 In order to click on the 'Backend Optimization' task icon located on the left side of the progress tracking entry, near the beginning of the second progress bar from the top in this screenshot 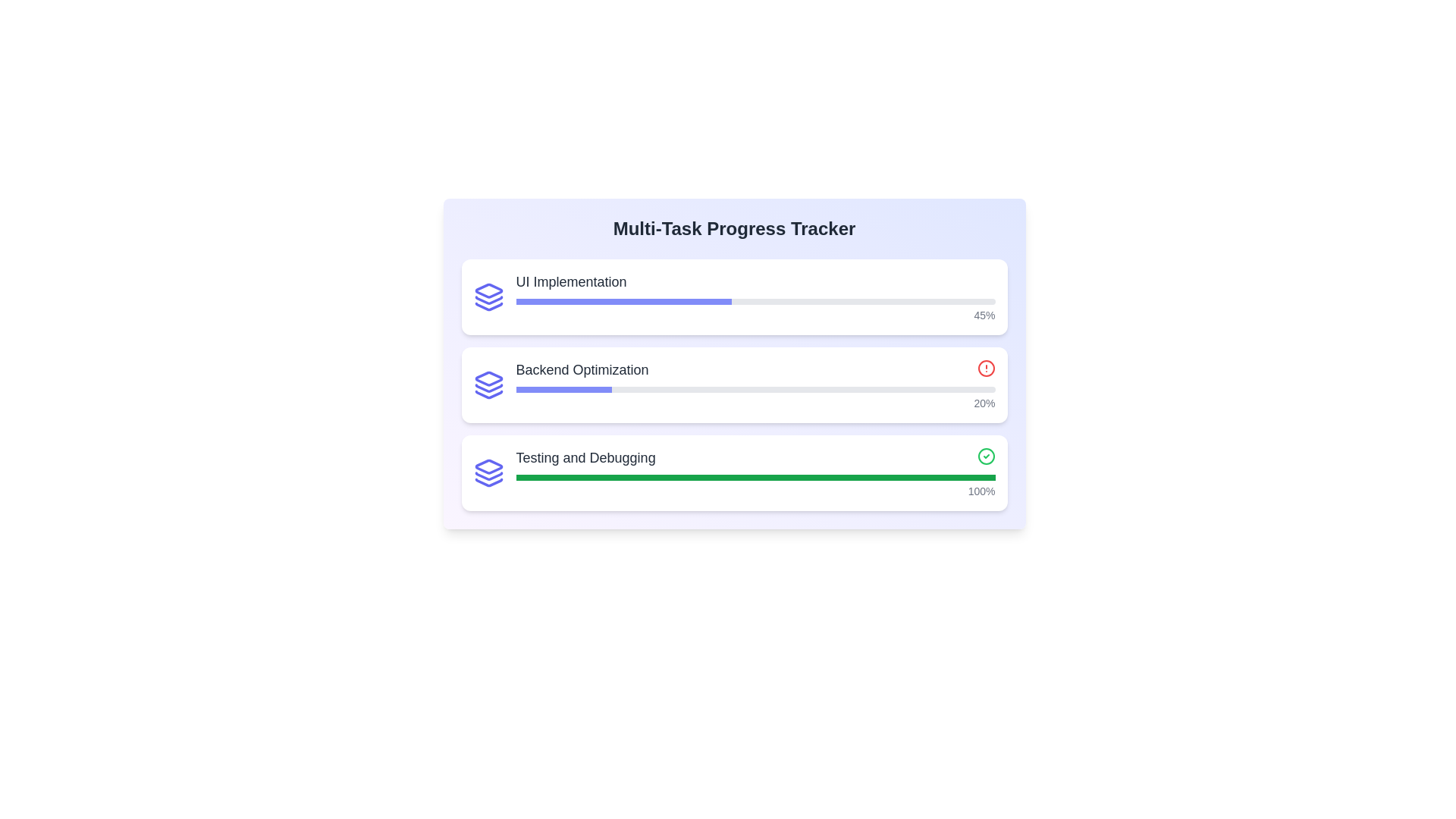, I will do `click(488, 384)`.